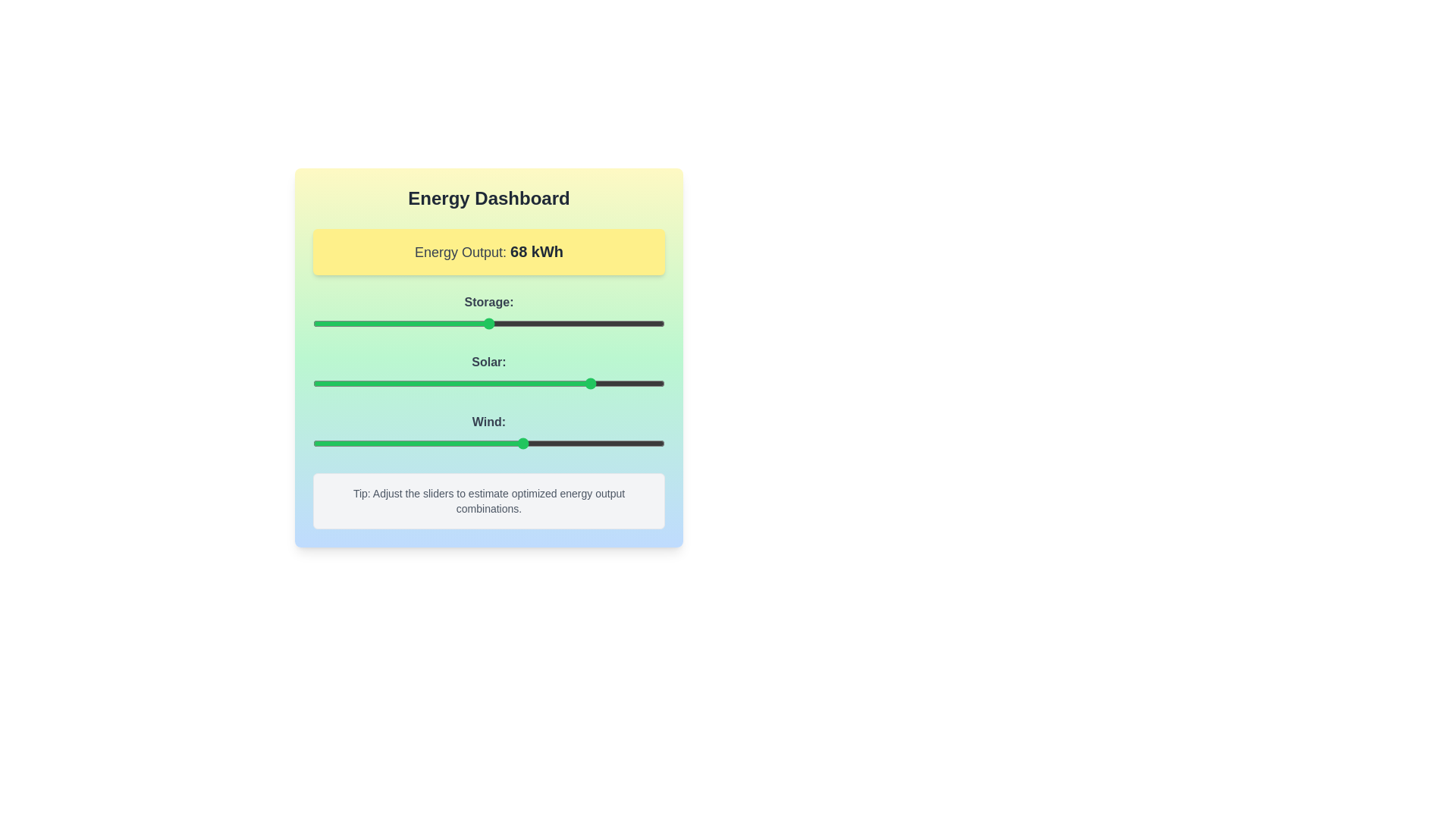  Describe the element at coordinates (391, 382) in the screenshot. I see `the 'Solar' slider to 22%` at that location.